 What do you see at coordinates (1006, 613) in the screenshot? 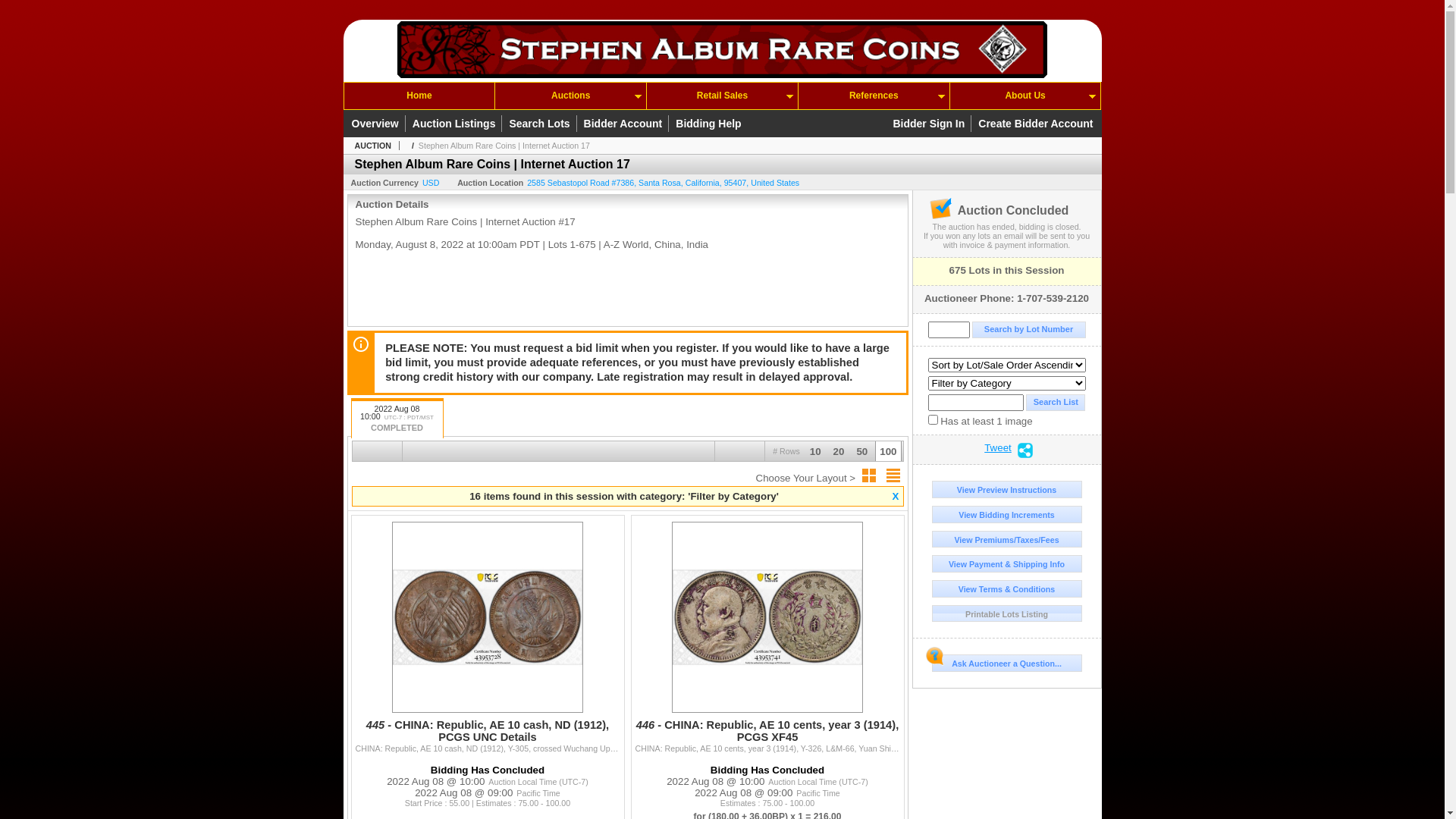
I see `'Printable Lots Listing'` at bounding box center [1006, 613].